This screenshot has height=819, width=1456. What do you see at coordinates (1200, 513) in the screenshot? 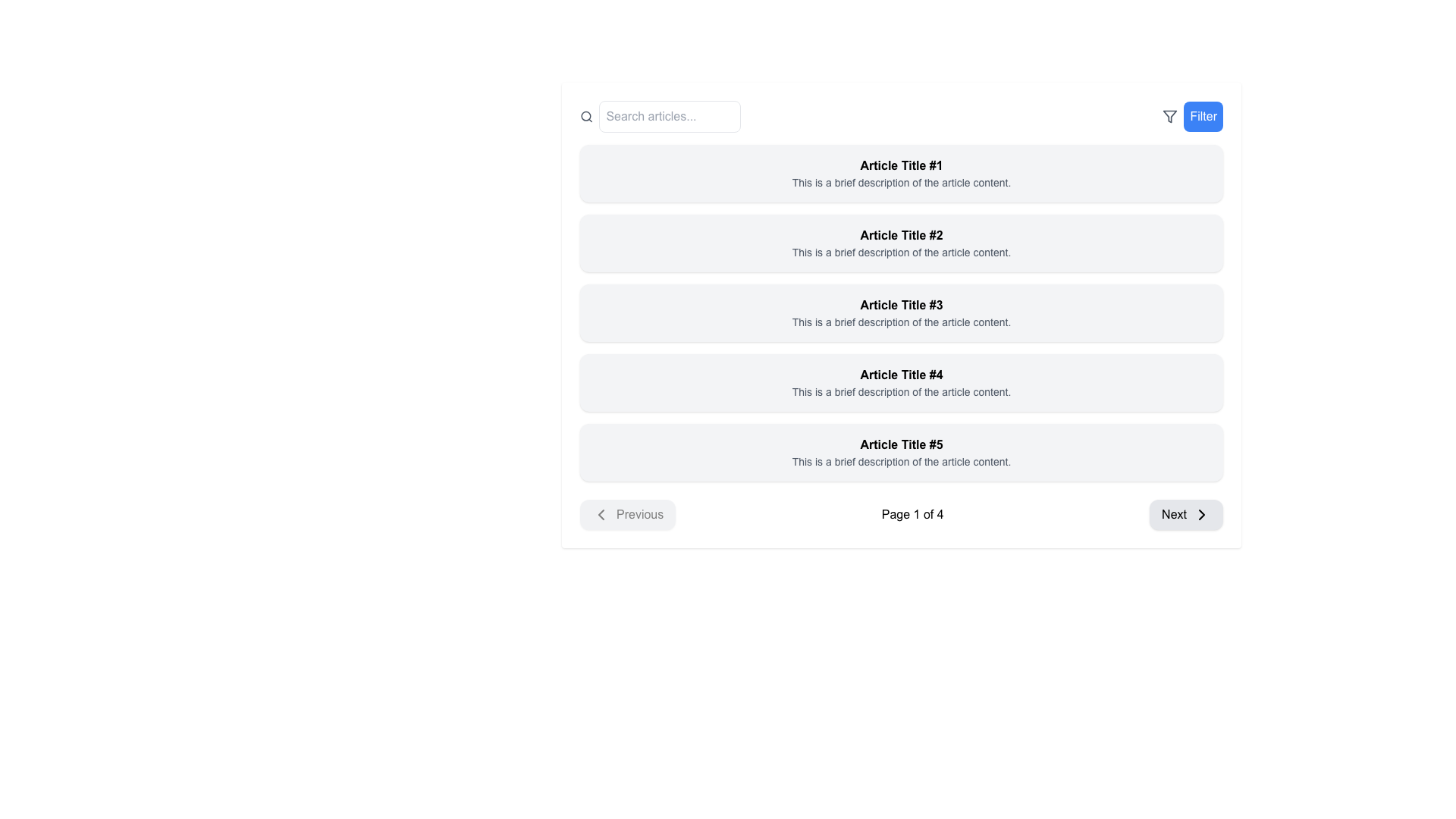
I see `the right-pointing chevron icon, which is part of the 'Next' button located in the bottom-right corner of the application interface` at bounding box center [1200, 513].